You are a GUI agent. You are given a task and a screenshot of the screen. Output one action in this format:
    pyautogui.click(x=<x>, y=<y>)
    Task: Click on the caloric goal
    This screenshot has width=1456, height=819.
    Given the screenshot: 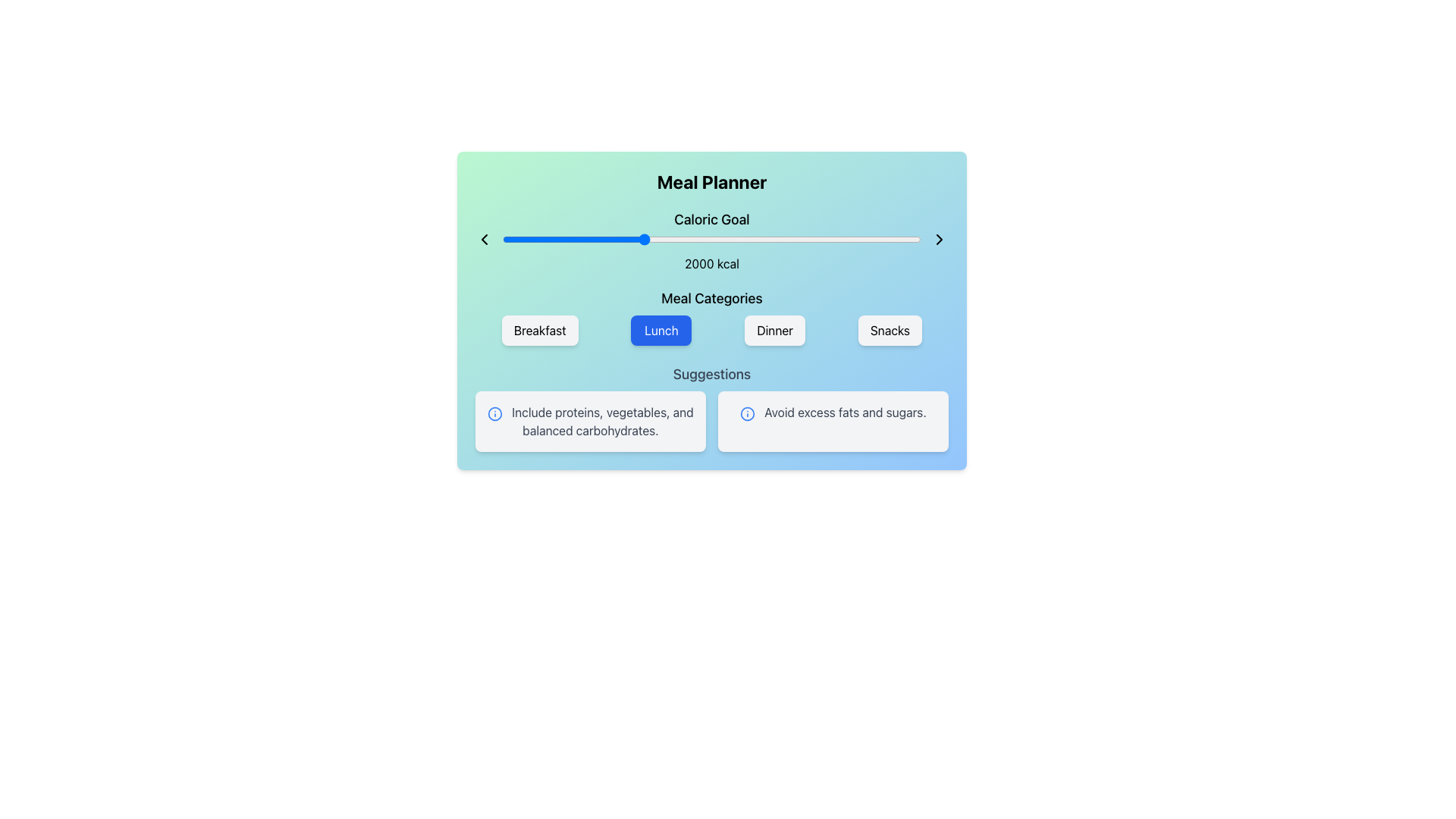 What is the action you would take?
    pyautogui.click(x=510, y=239)
    